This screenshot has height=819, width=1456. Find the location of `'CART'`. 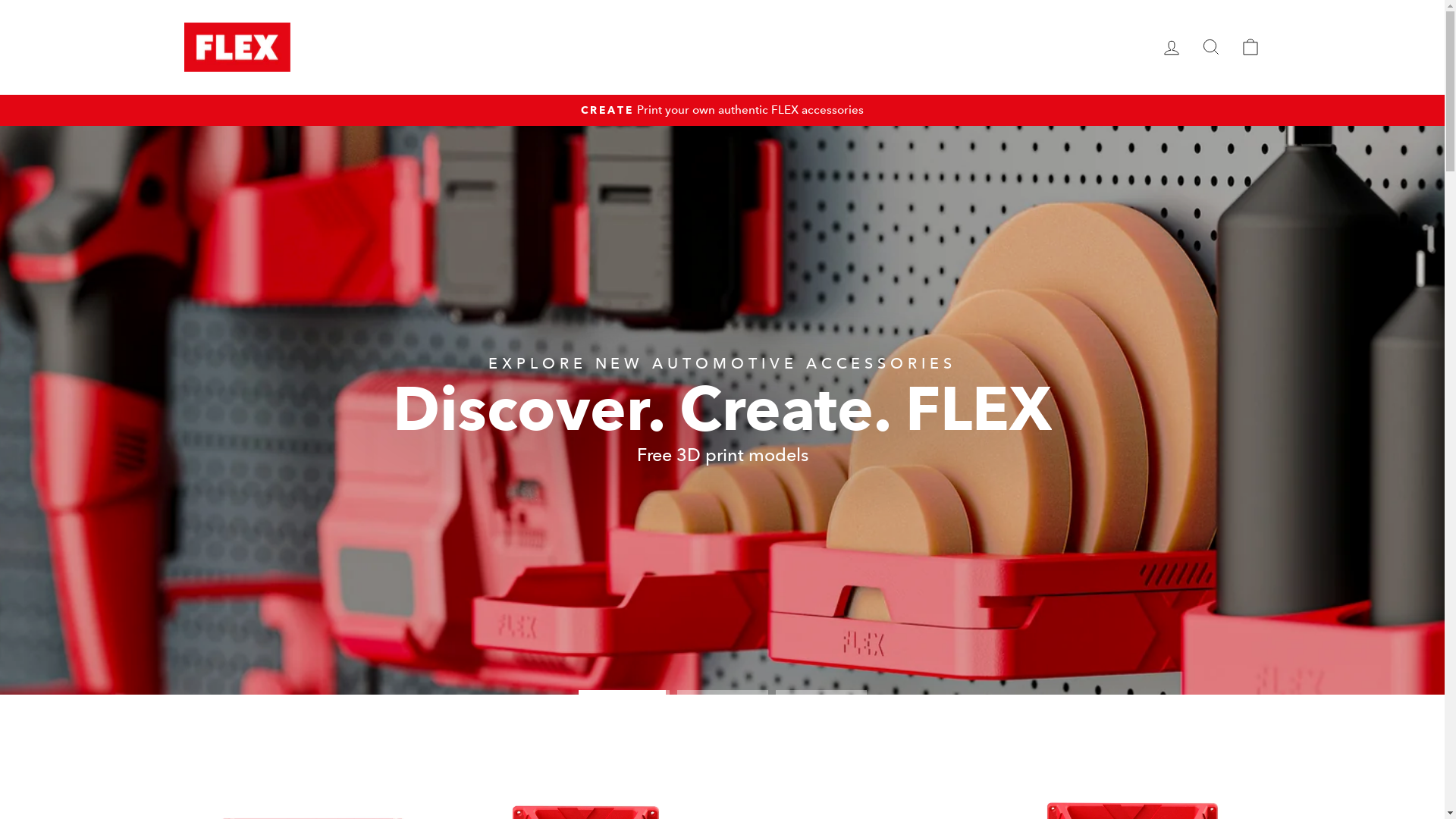

'CART' is located at coordinates (1249, 46).